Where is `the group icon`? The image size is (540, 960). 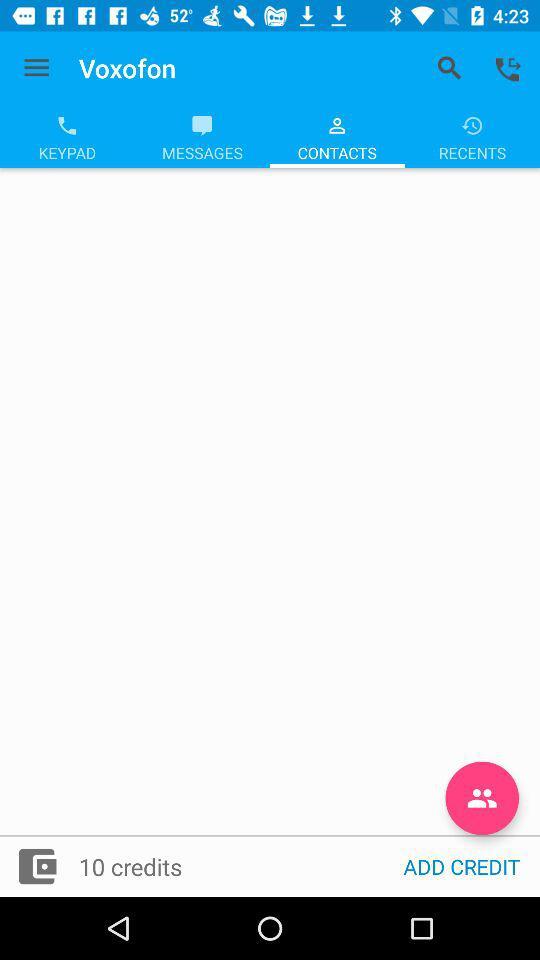
the group icon is located at coordinates (481, 798).